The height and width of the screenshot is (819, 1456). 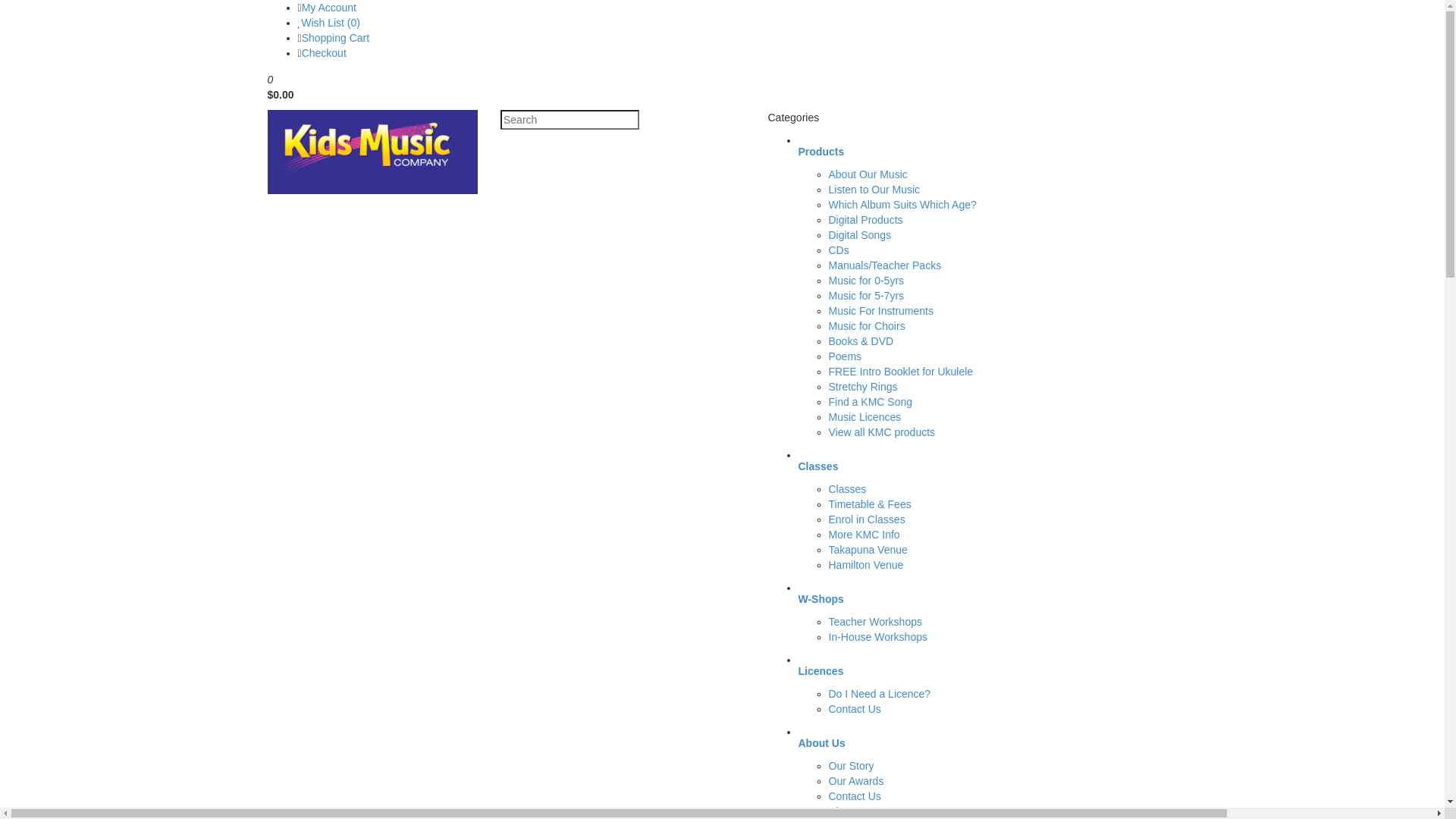 What do you see at coordinates (879, 693) in the screenshot?
I see `'Do I Need a Licence?'` at bounding box center [879, 693].